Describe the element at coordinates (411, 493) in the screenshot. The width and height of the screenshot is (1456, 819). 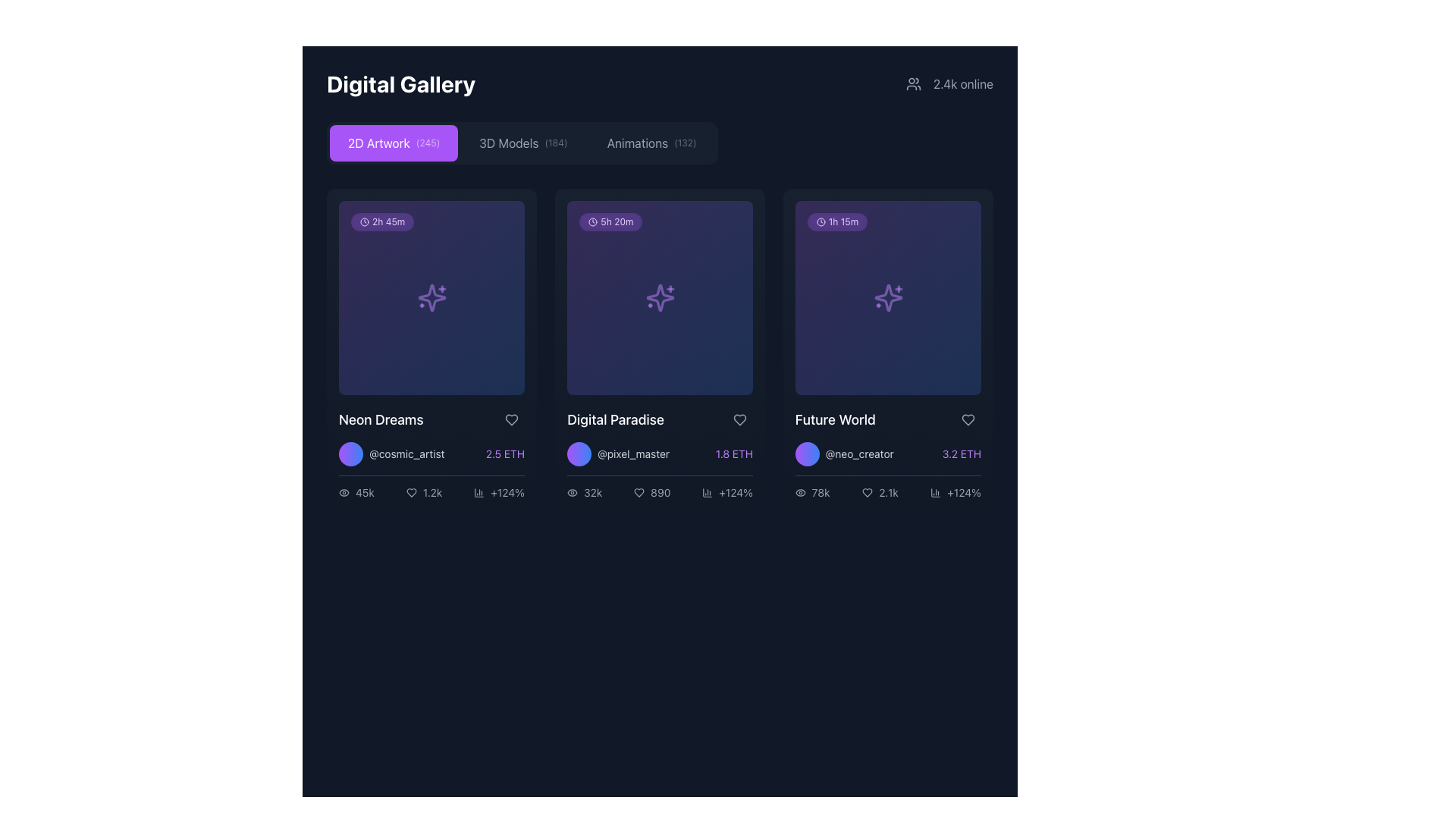
I see `the heart icon located at the bottom-right corner of the 'Neon Dreams' card to like or favorite the artwork` at that location.